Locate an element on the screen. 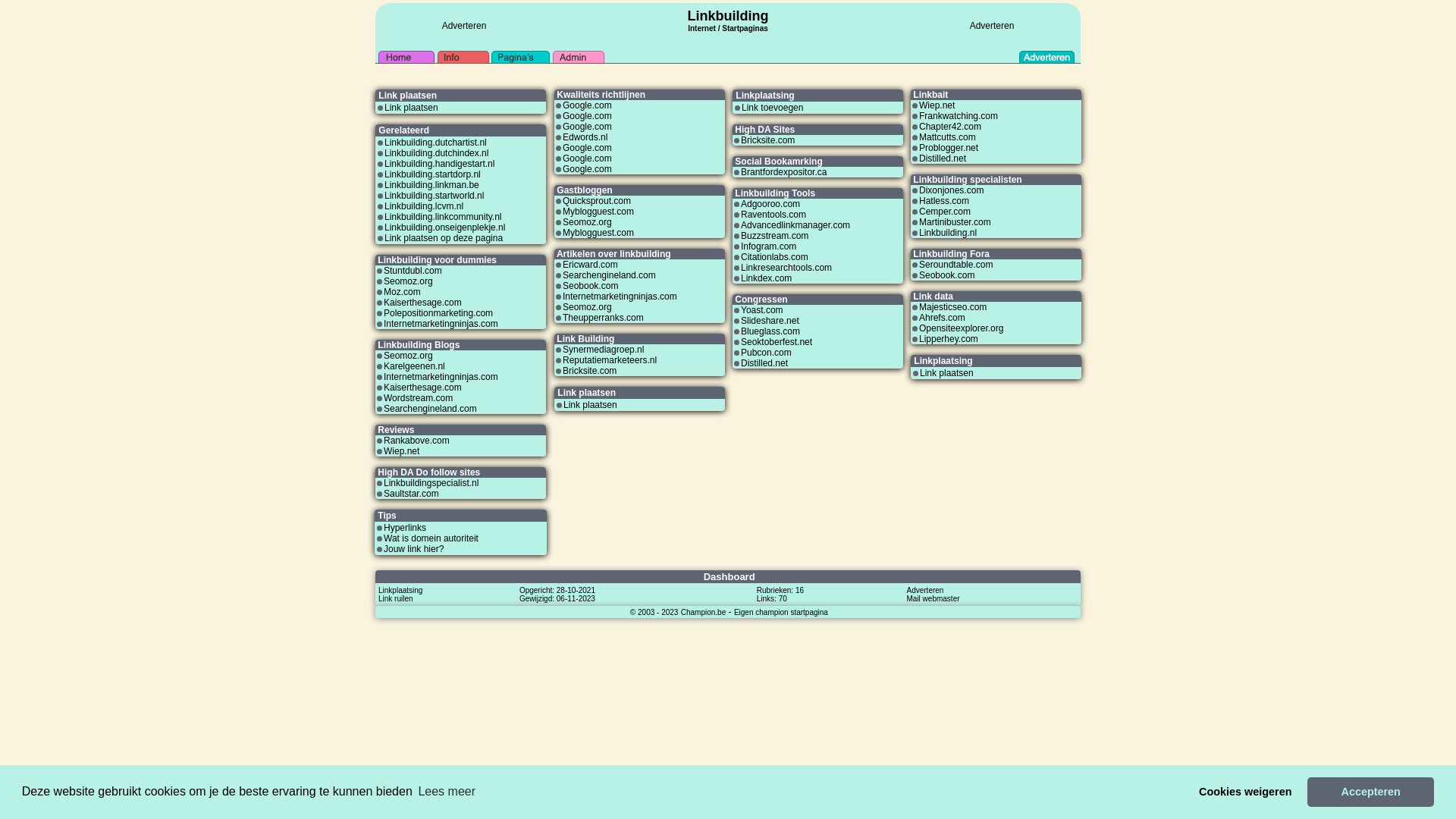  'Linkbuilding.dutchindex.nl' is located at coordinates (435, 152).